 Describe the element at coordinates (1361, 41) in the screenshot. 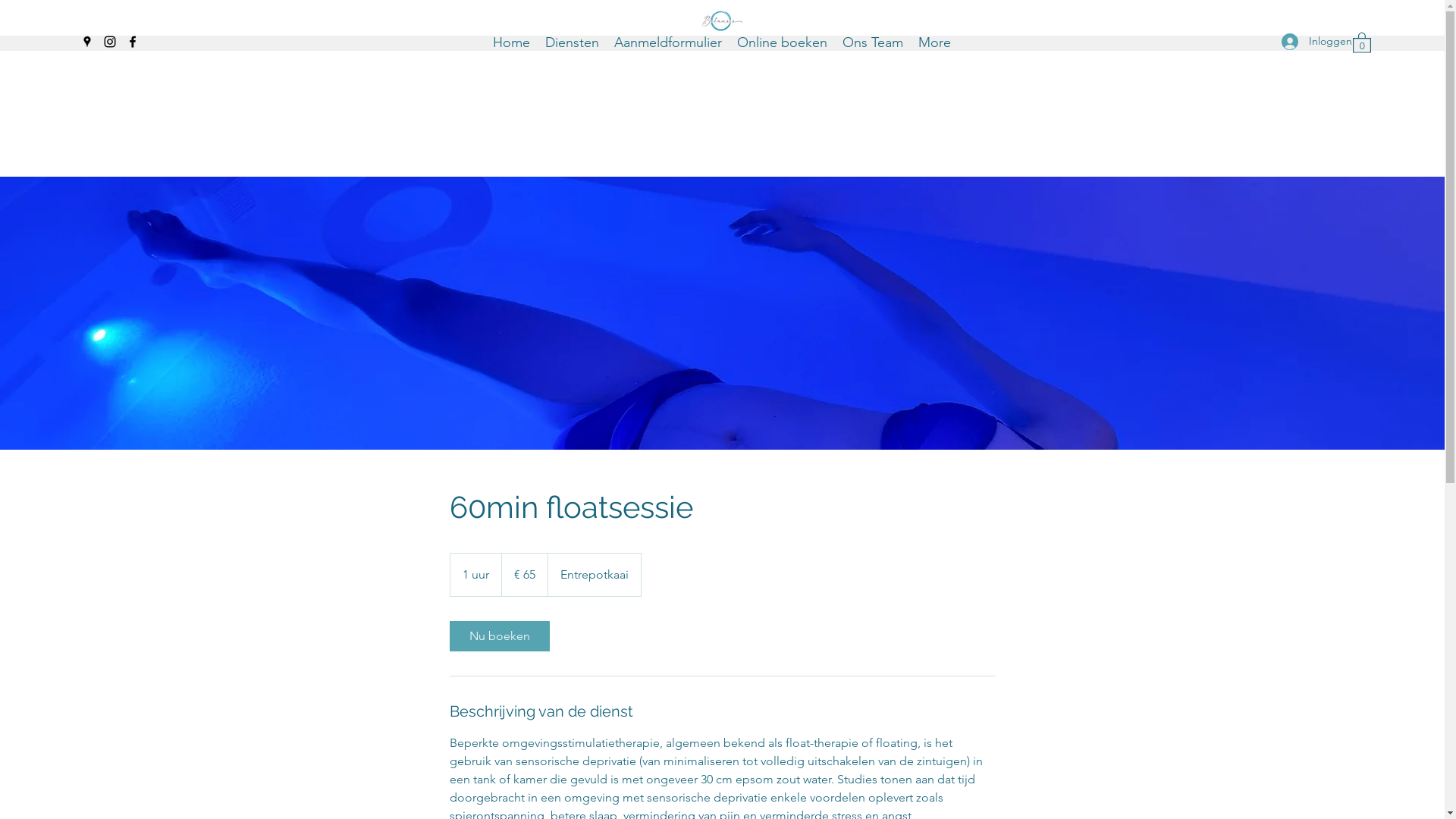

I see `'0'` at that location.